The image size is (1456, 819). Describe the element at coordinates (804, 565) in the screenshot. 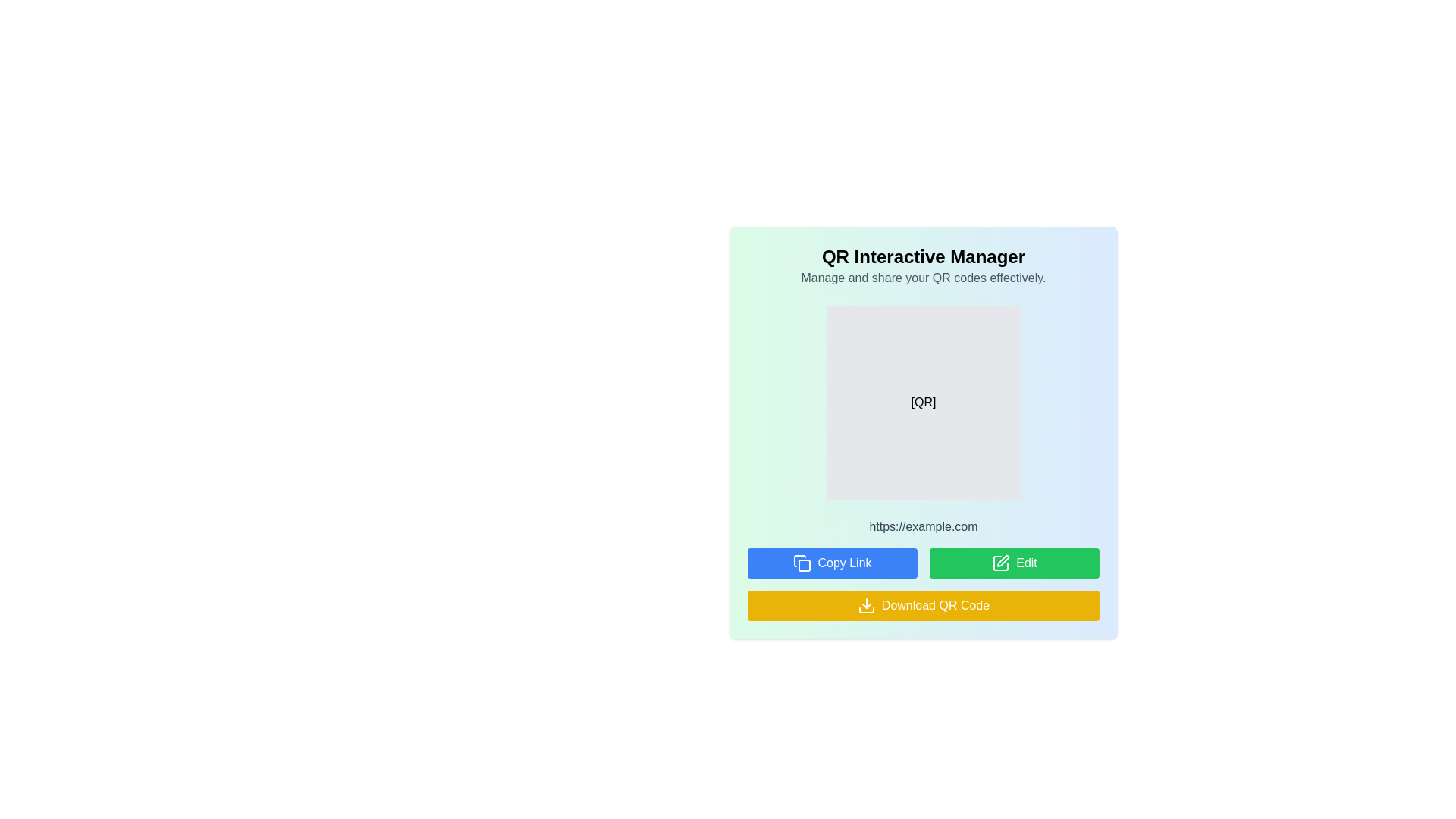

I see `the icon component of the copy link, which is centrally positioned within the copy link icon adjacent to the 'Copy Link' button` at that location.